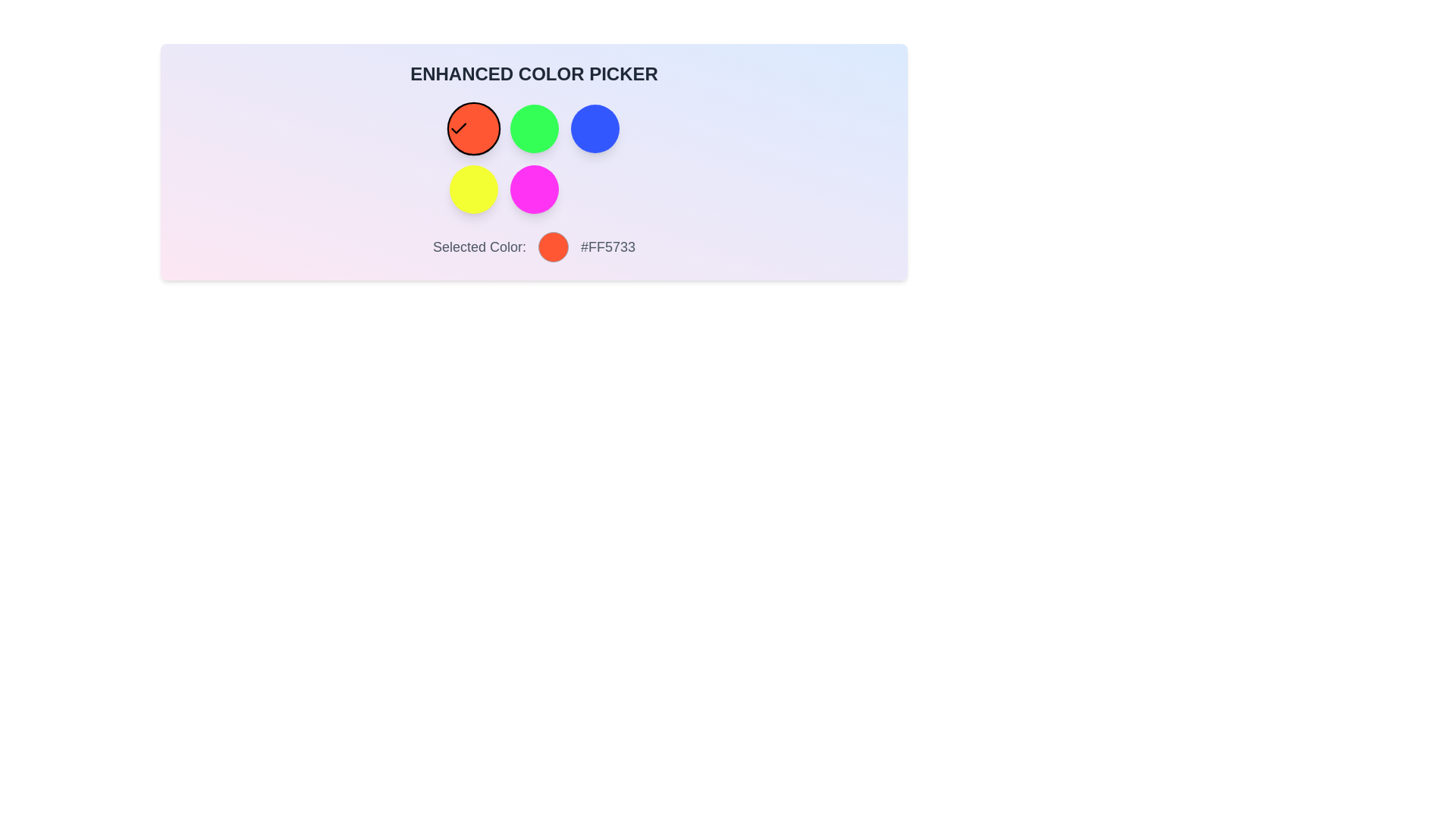 This screenshot has width=1456, height=819. I want to click on the circular color button, so click(534, 158).